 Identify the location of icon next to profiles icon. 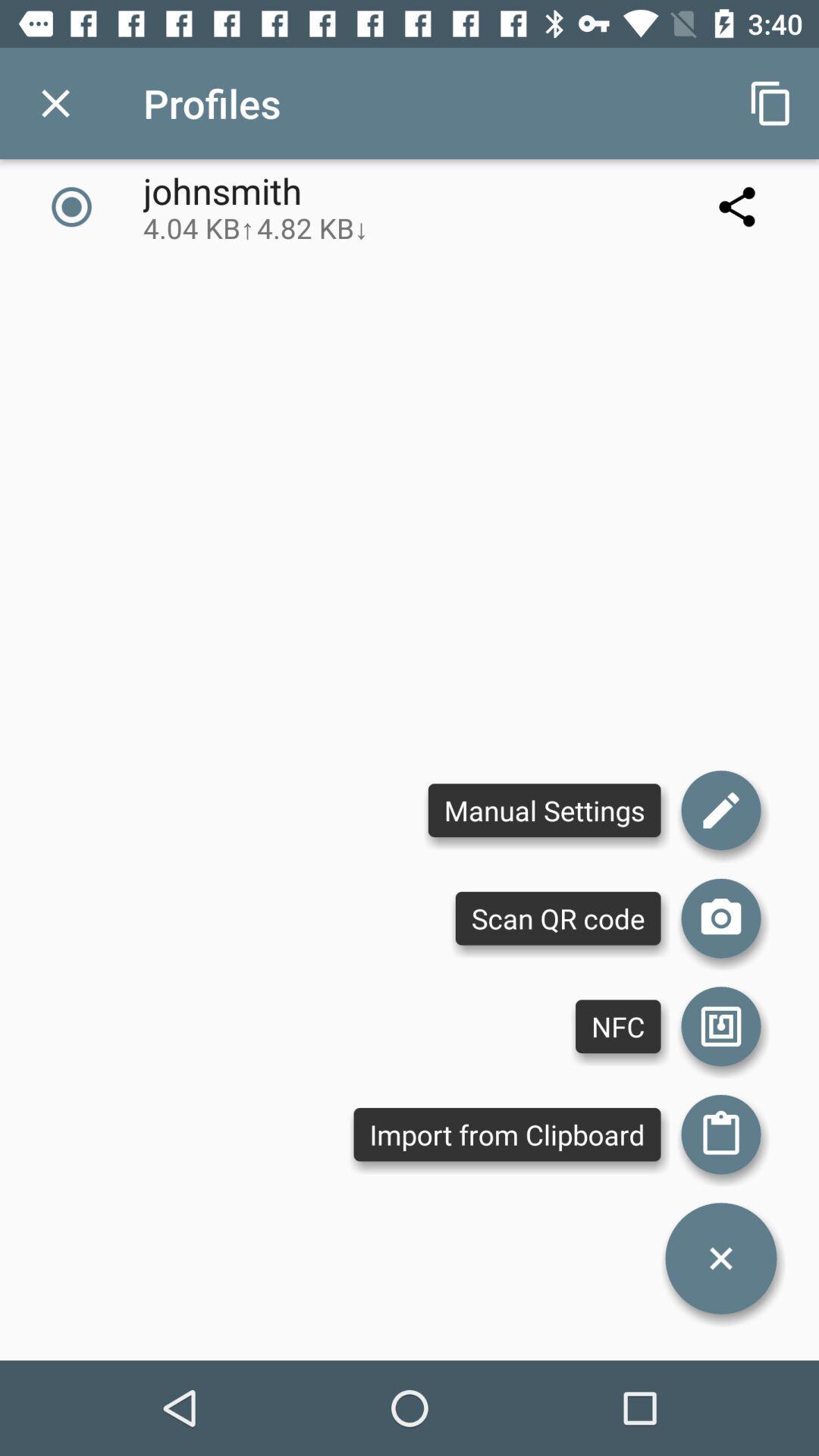
(55, 102).